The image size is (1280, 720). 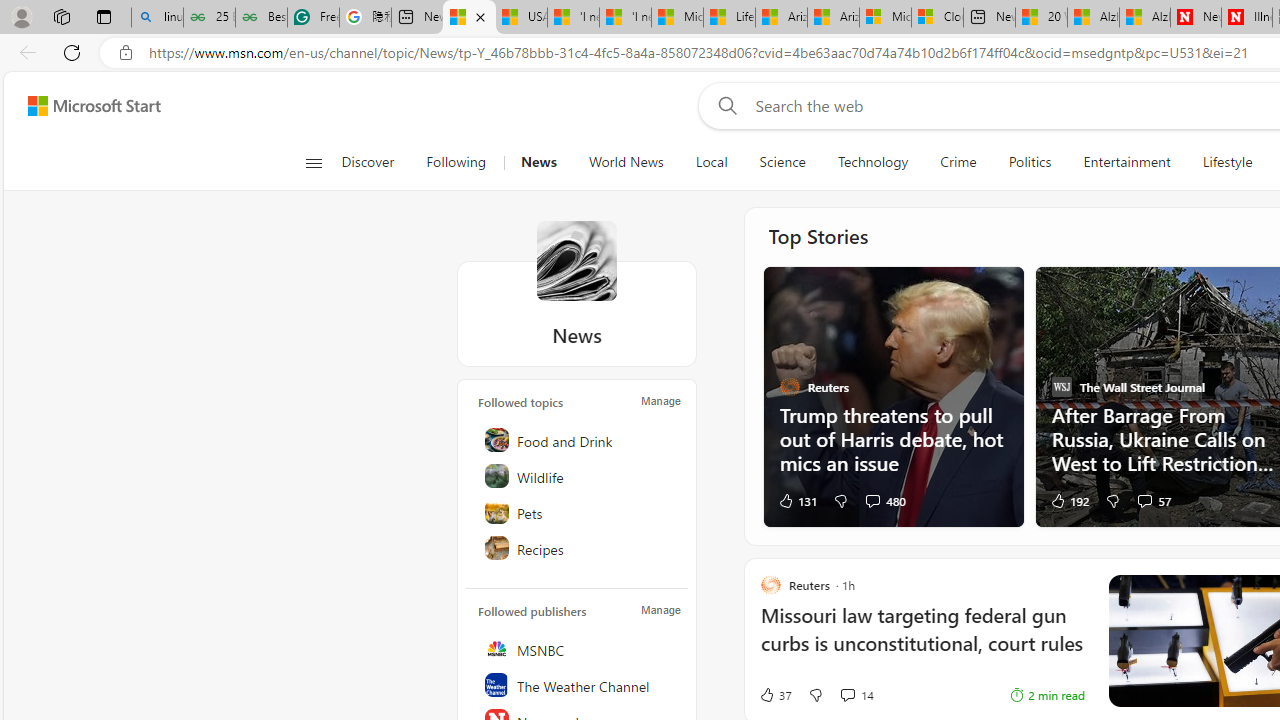 What do you see at coordinates (312, 17) in the screenshot?
I see `'Free AI Writing Assistance for Students | Grammarly'` at bounding box center [312, 17].